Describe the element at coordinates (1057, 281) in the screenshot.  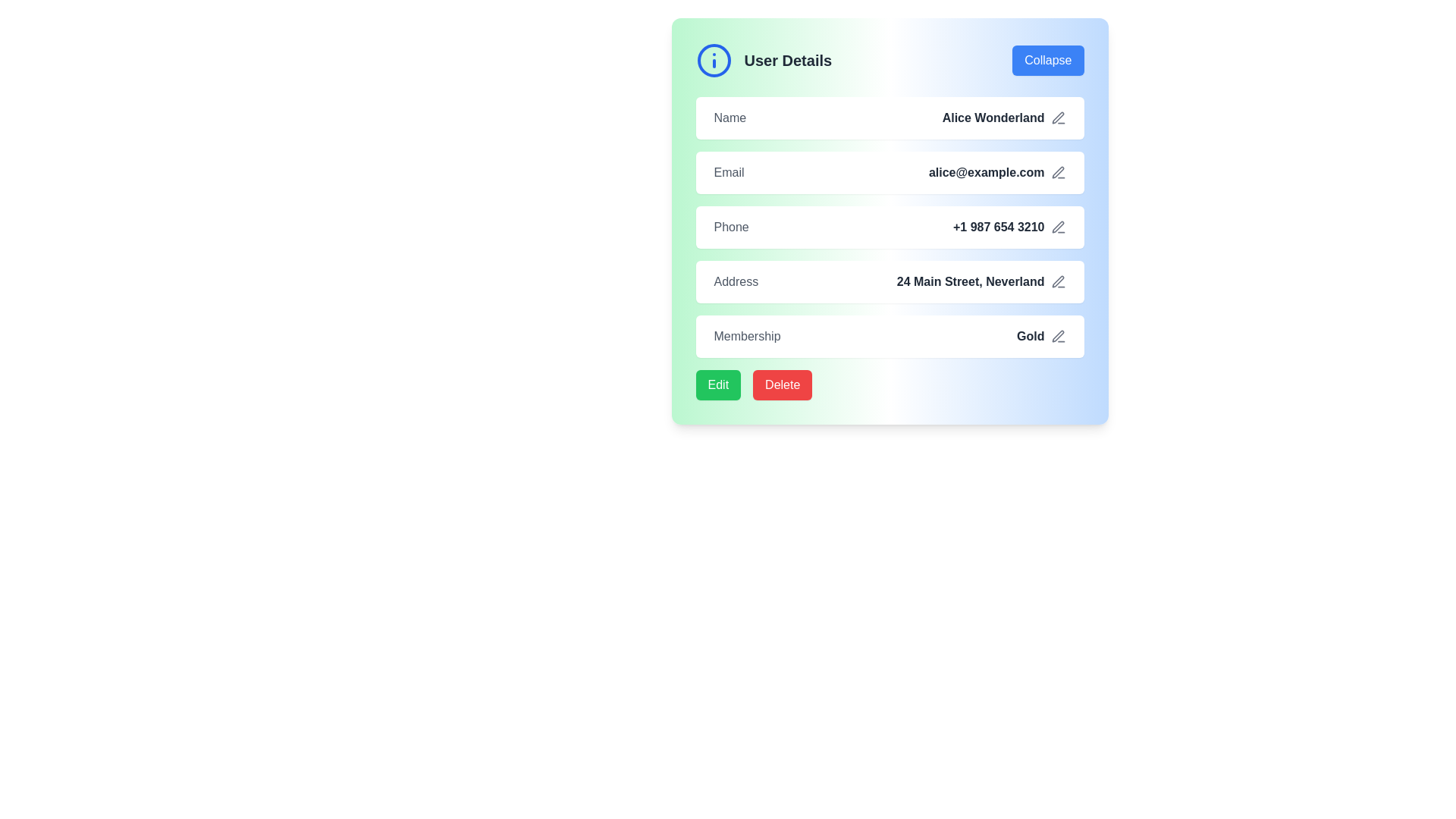
I see `the edit icon located to the right side of the 'Address' field in the vertical list of user details` at that location.